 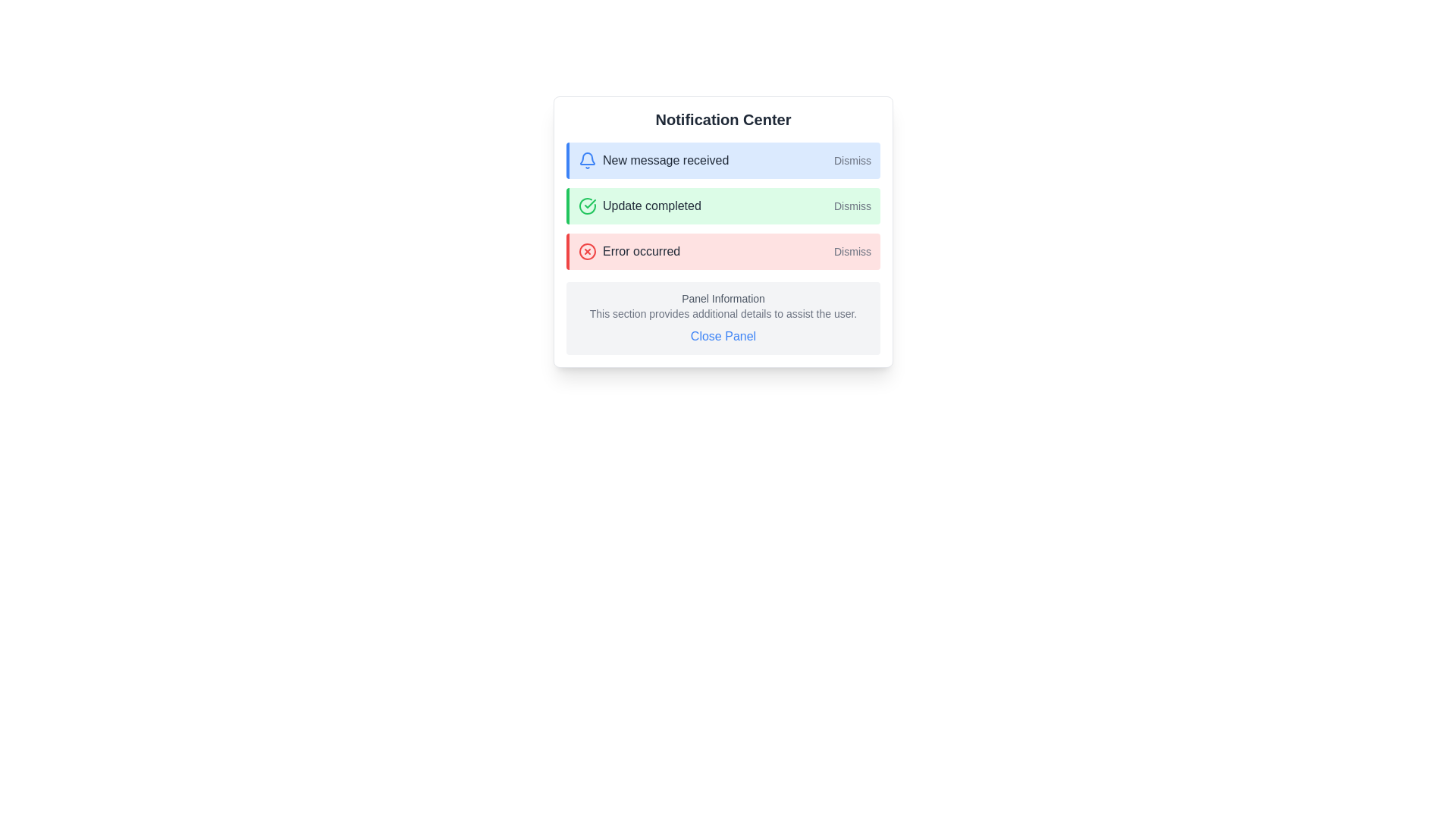 I want to click on the success indicator icon located to the left of the 'Update completed' text in the second notification row of the Notification Center, so click(x=589, y=203).